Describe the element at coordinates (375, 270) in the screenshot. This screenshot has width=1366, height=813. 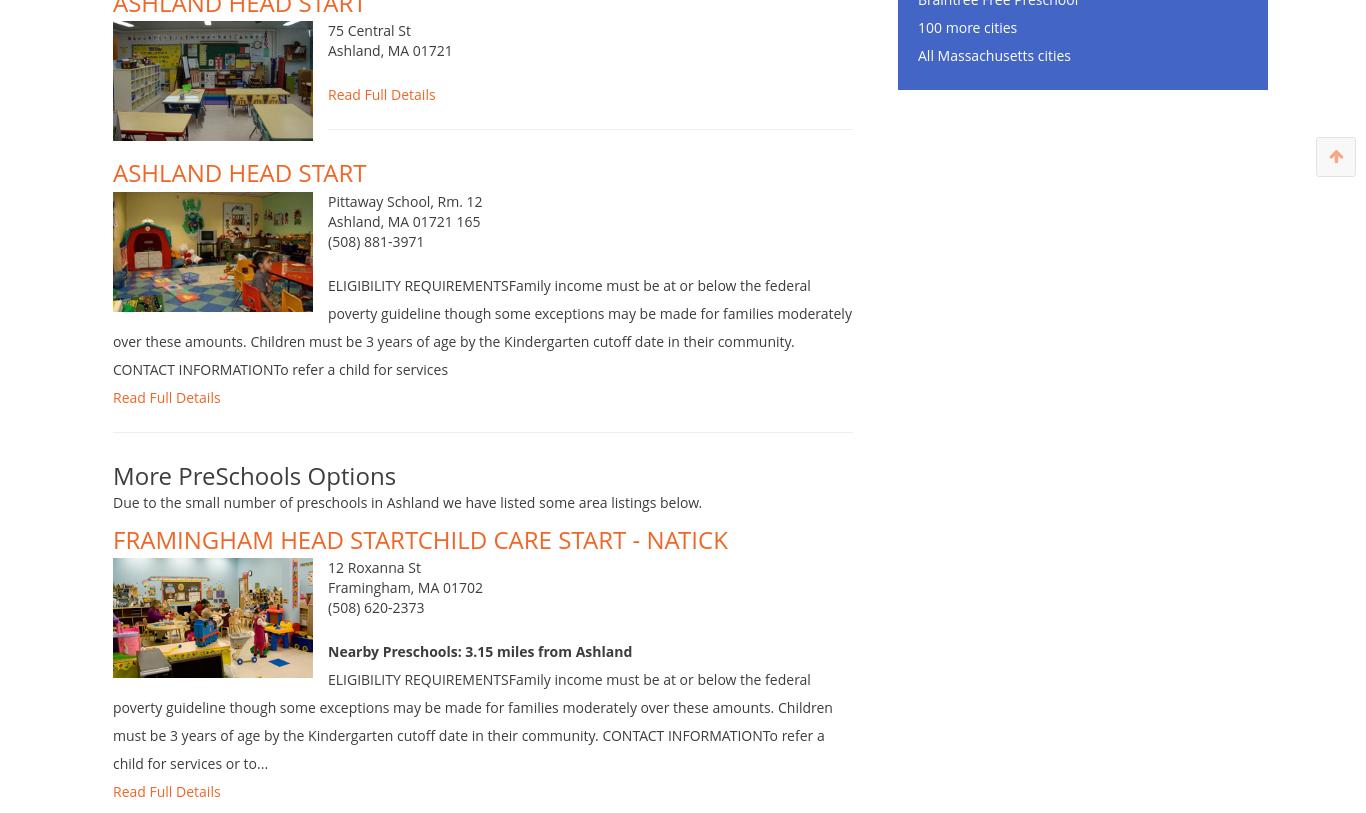
I see `'(508) 881-3971'` at that location.